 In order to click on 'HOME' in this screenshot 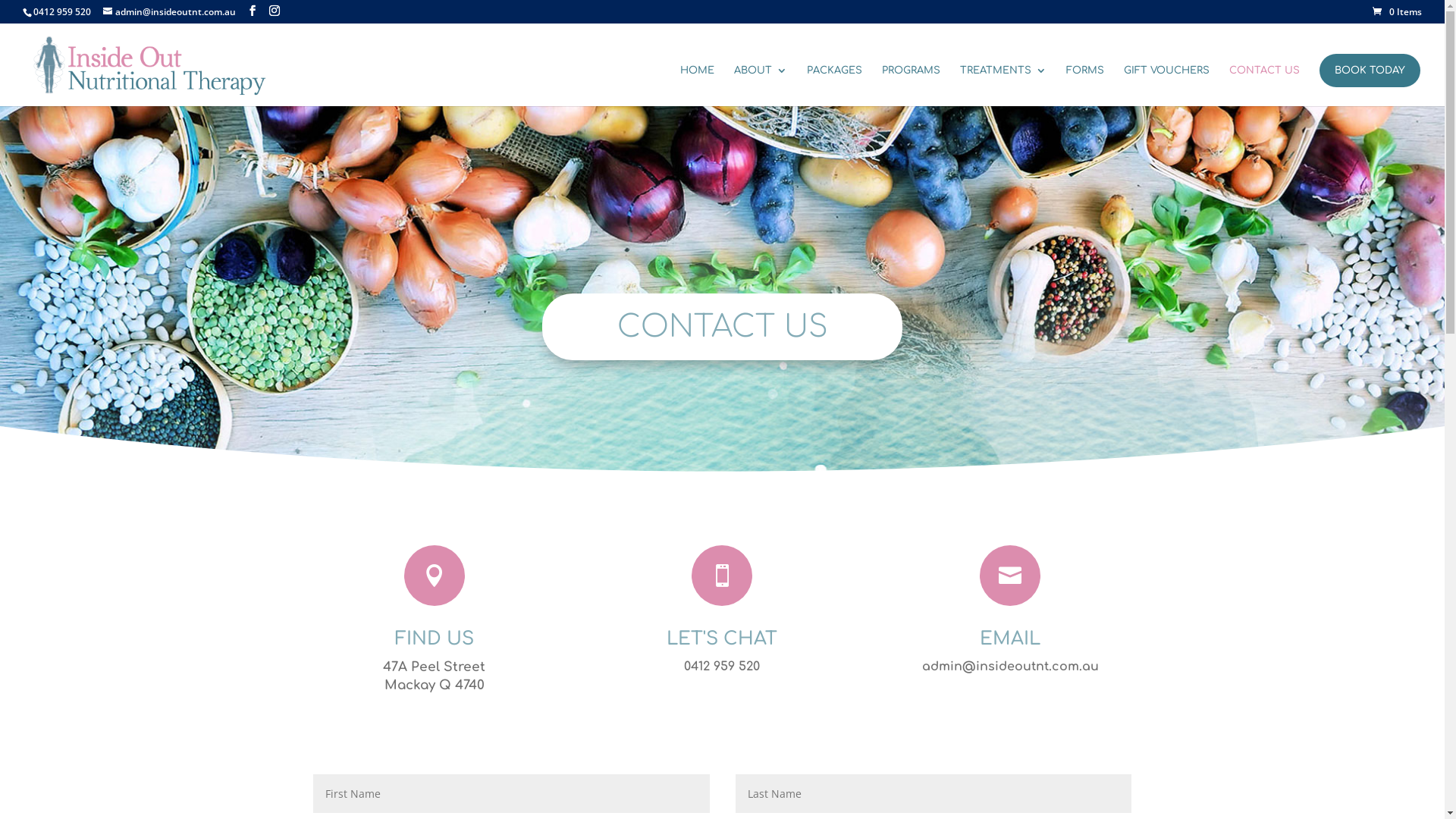, I will do `click(679, 85)`.